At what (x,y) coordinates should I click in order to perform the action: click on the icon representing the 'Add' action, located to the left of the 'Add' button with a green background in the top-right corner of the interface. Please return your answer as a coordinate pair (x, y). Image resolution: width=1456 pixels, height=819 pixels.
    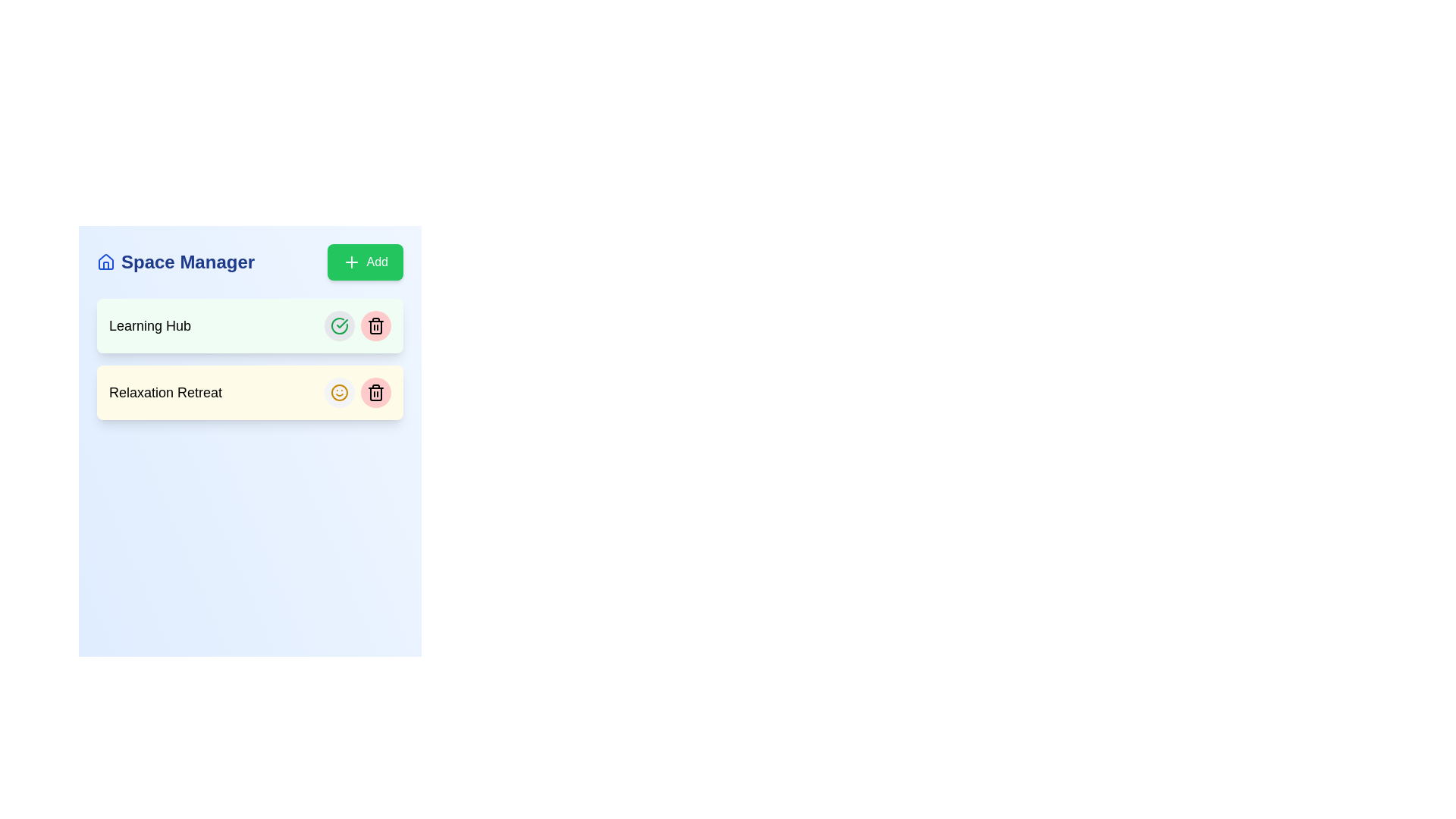
    Looking at the image, I should click on (350, 262).